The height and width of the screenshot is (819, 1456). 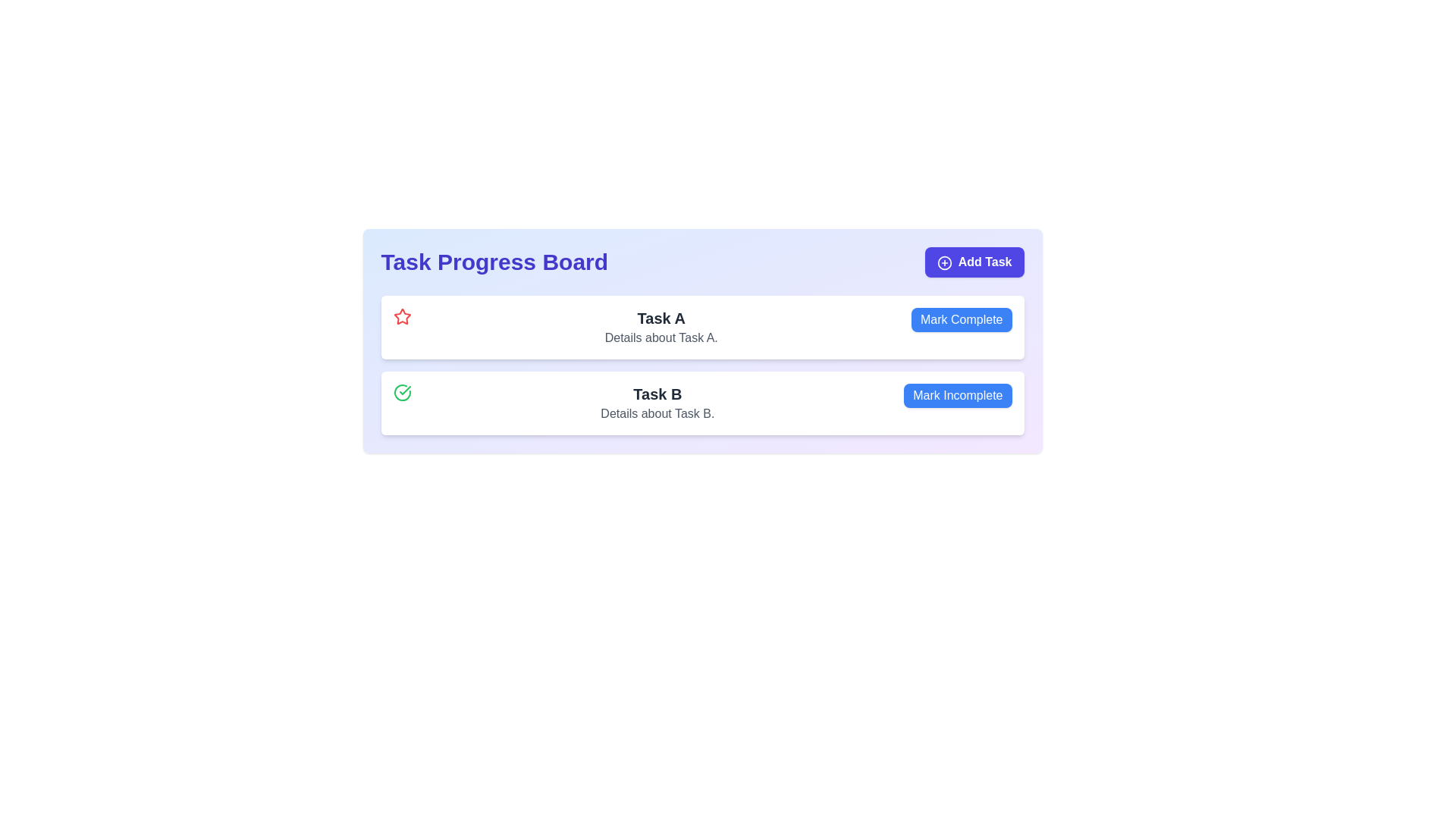 I want to click on the checkmark icon element that visually indicates a completed task for Task B, located near the bottom left of the rectangle representing the second task, so click(x=404, y=390).